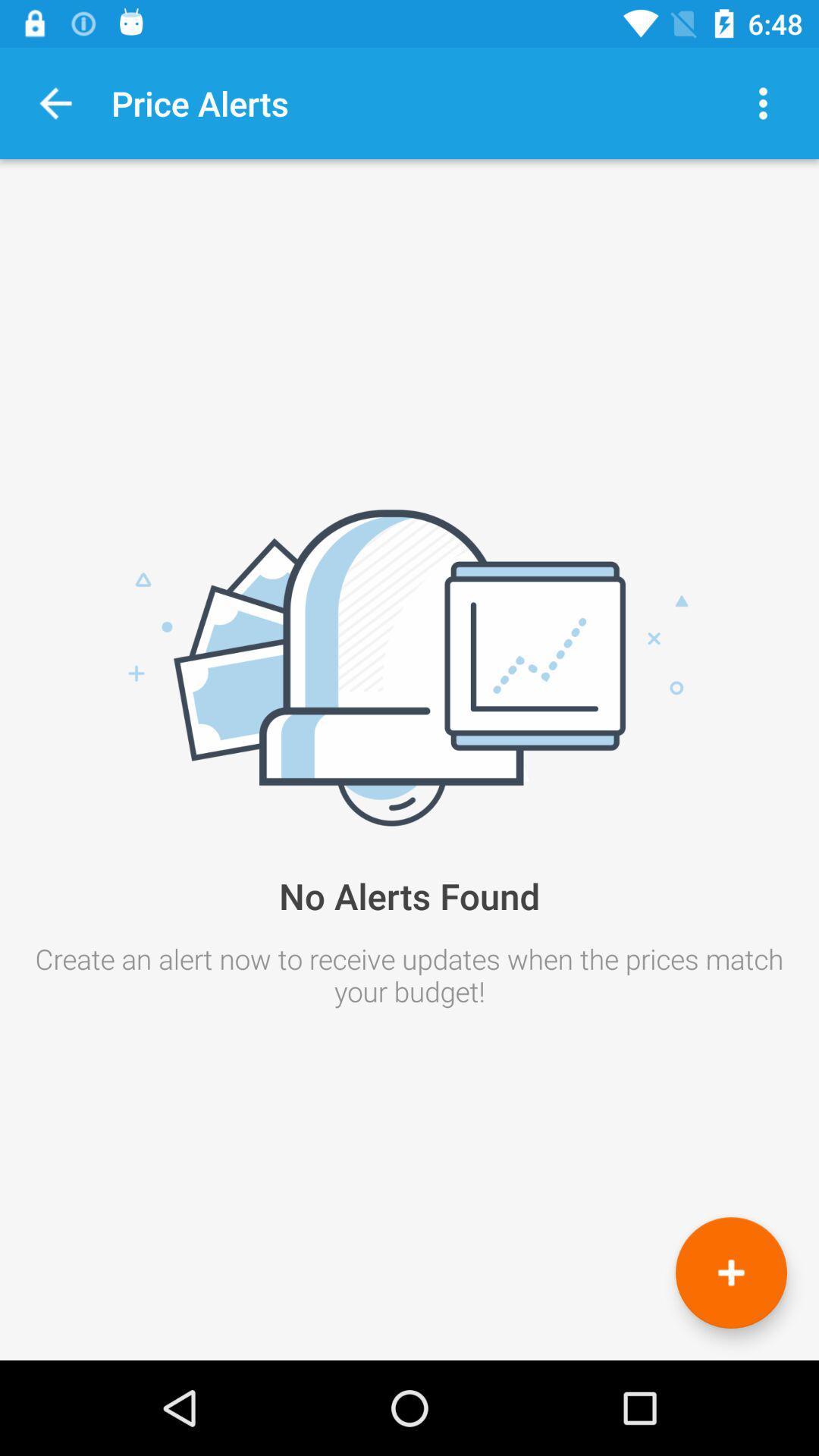 The height and width of the screenshot is (1456, 819). What do you see at coordinates (763, 102) in the screenshot?
I see `the icon at the top right corner` at bounding box center [763, 102].